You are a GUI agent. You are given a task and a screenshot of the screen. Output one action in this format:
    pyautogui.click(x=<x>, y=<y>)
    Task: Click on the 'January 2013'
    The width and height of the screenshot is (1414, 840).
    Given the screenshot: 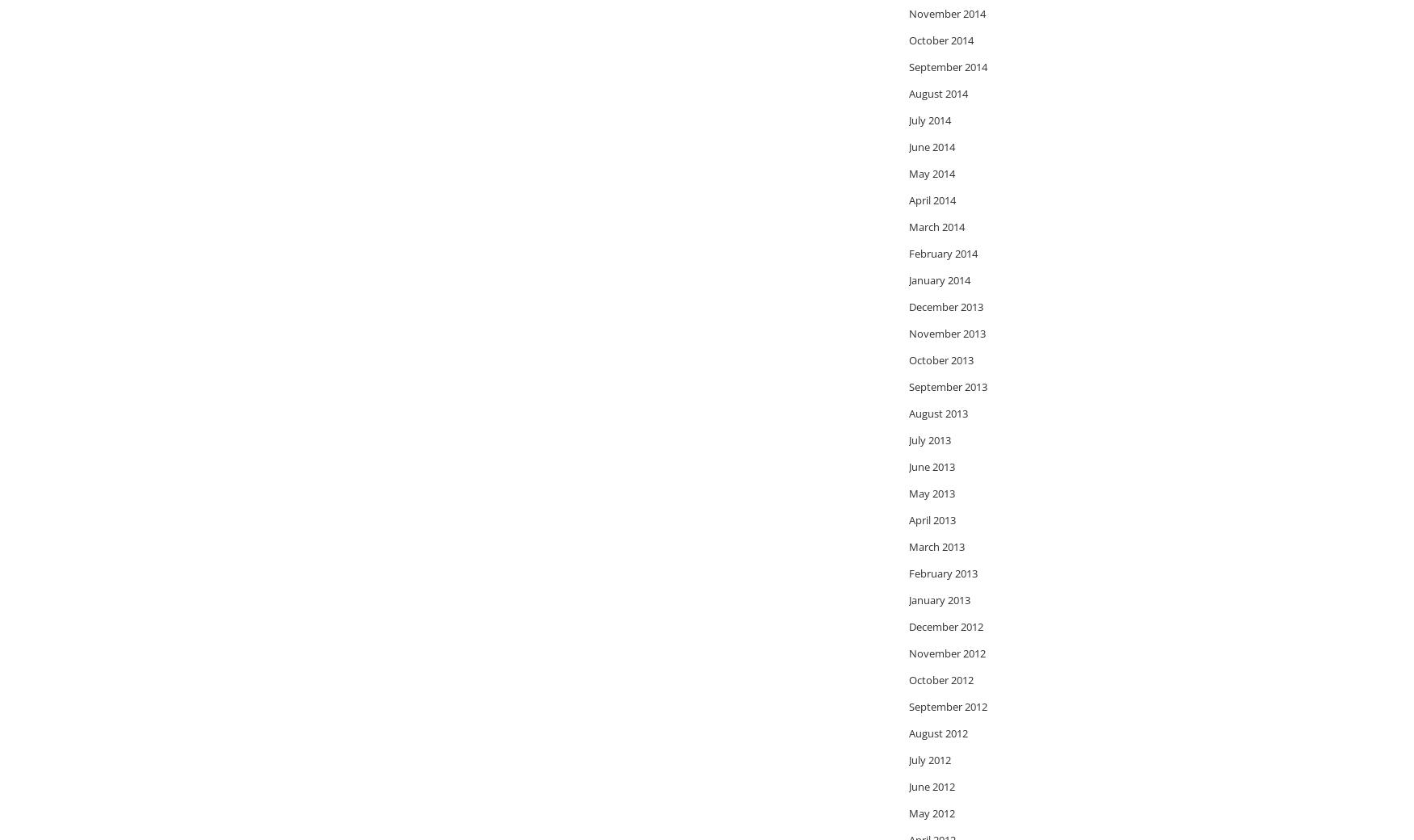 What is the action you would take?
    pyautogui.click(x=909, y=599)
    